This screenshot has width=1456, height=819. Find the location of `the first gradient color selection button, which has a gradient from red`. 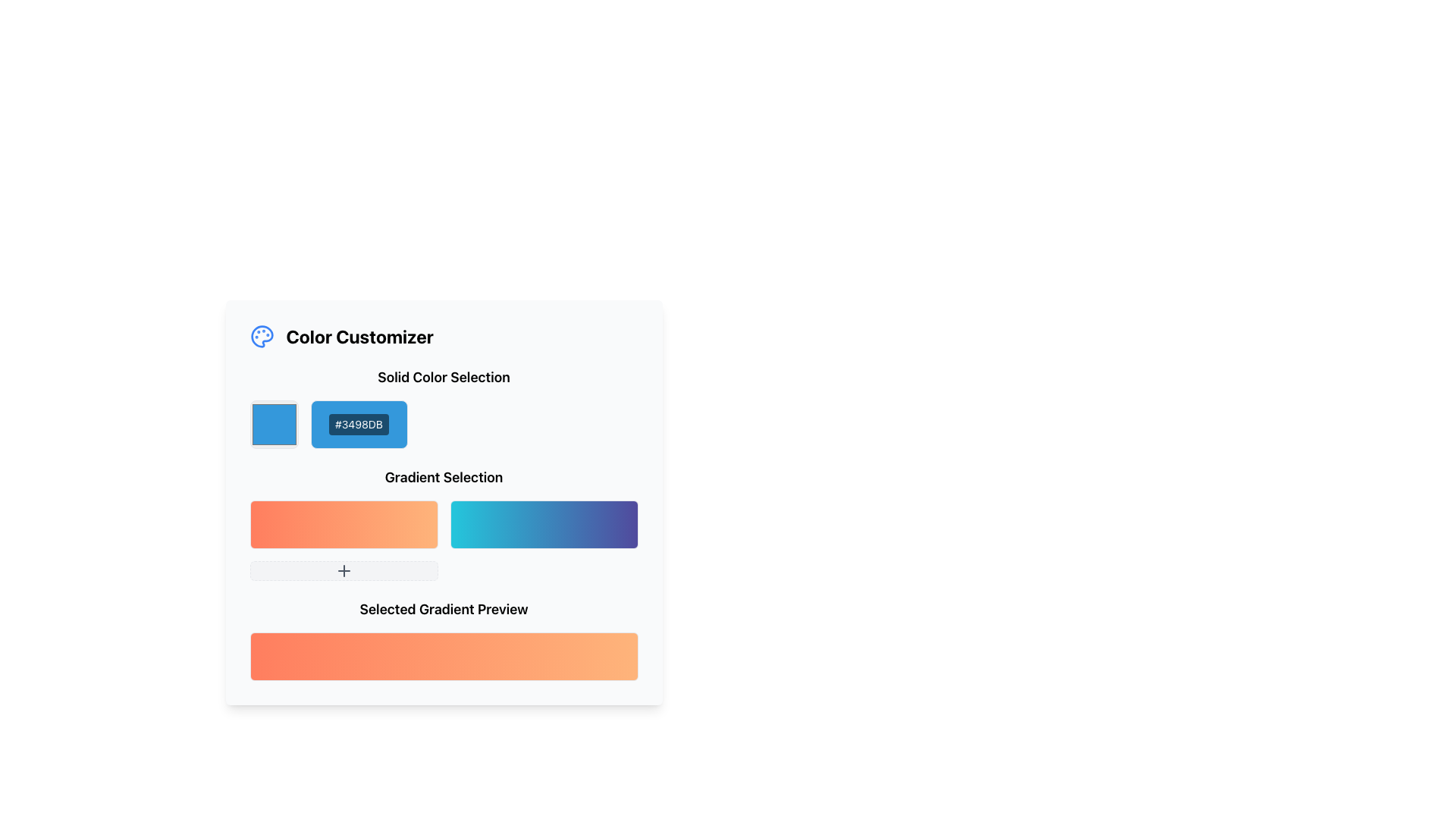

the first gradient color selection button, which has a gradient from red is located at coordinates (343, 523).